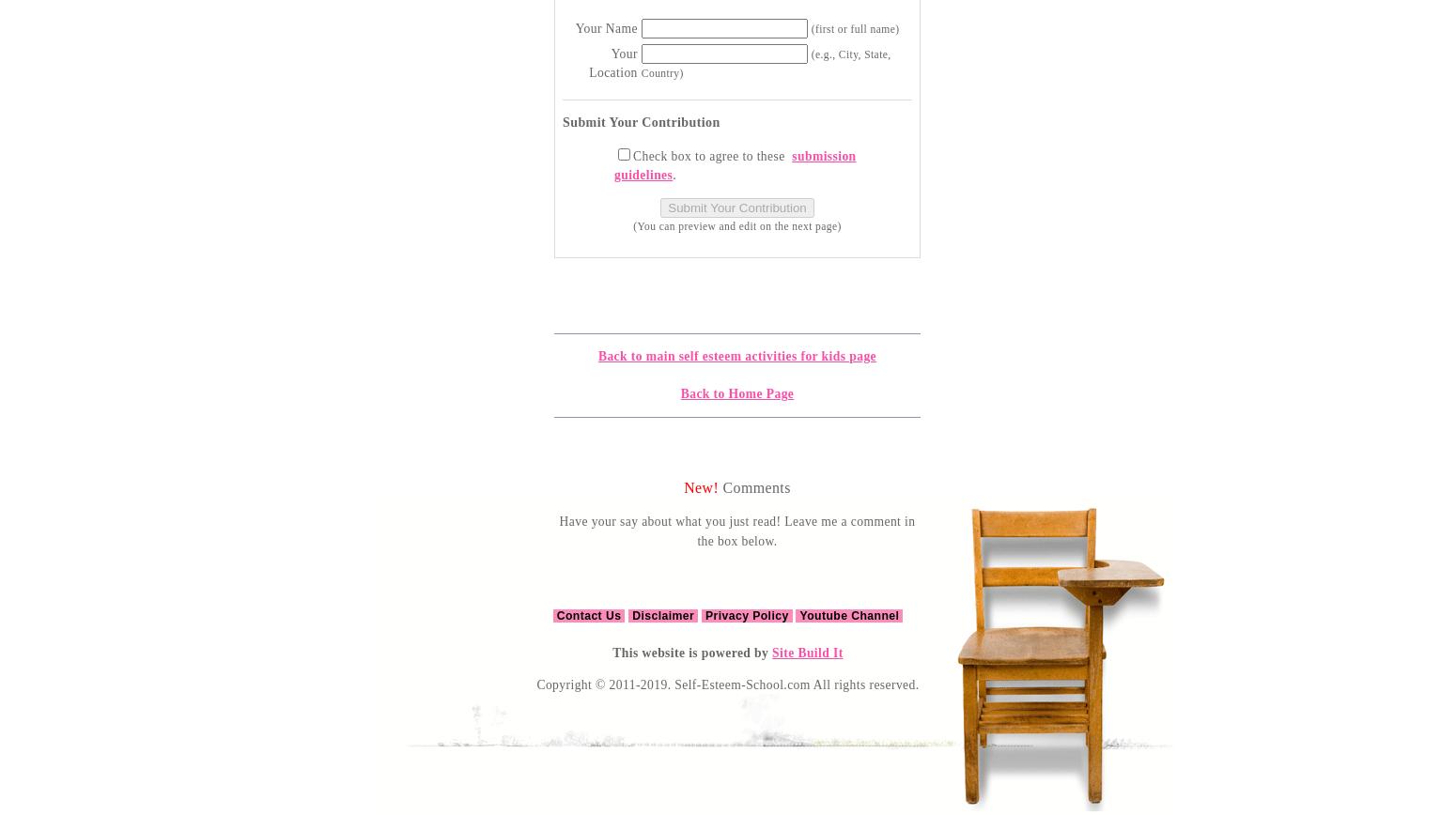 Image resolution: width=1456 pixels, height=815 pixels. What do you see at coordinates (848, 614) in the screenshot?
I see `'Youtube Channel'` at bounding box center [848, 614].